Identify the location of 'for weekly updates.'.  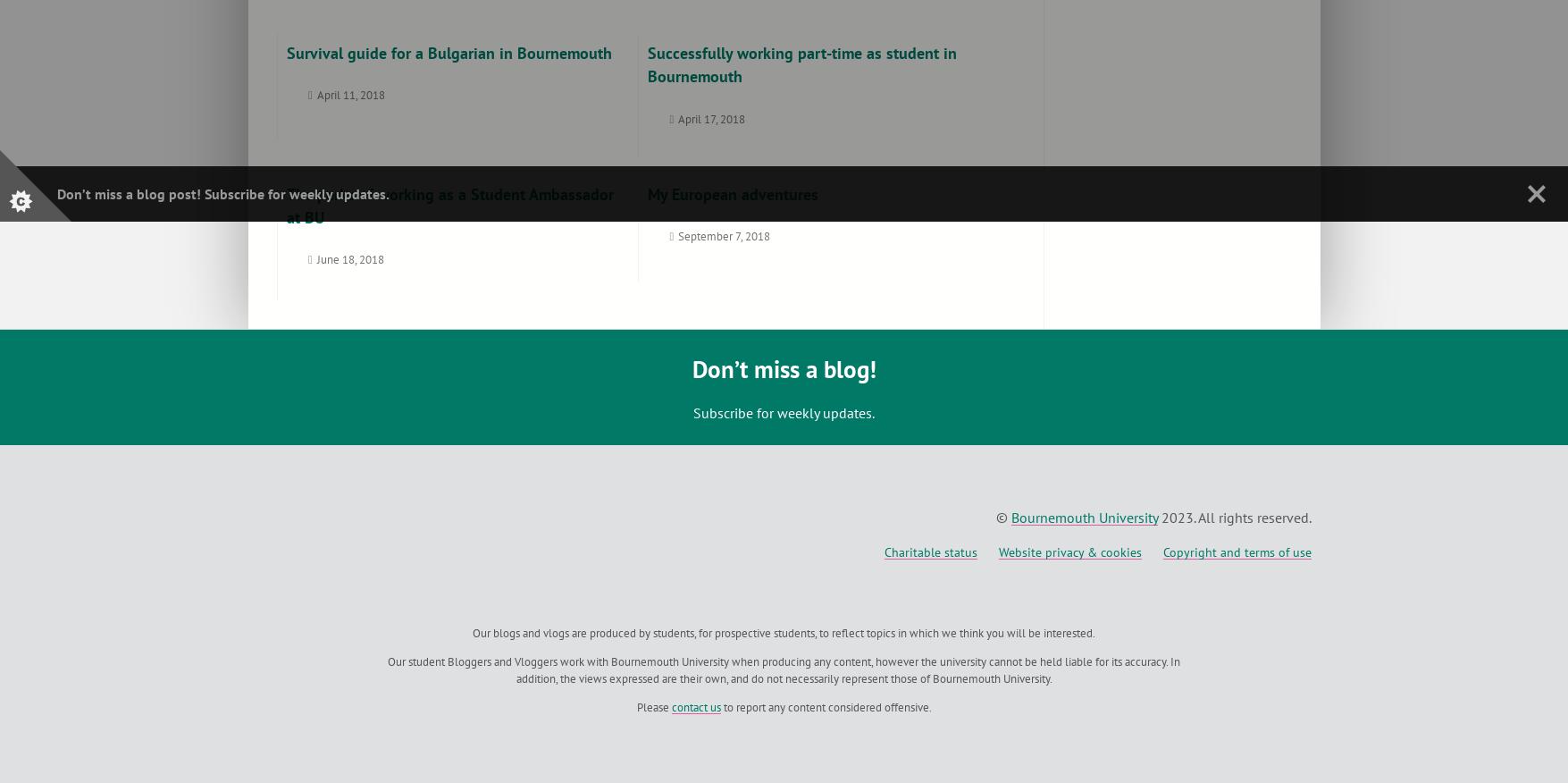
(325, 193).